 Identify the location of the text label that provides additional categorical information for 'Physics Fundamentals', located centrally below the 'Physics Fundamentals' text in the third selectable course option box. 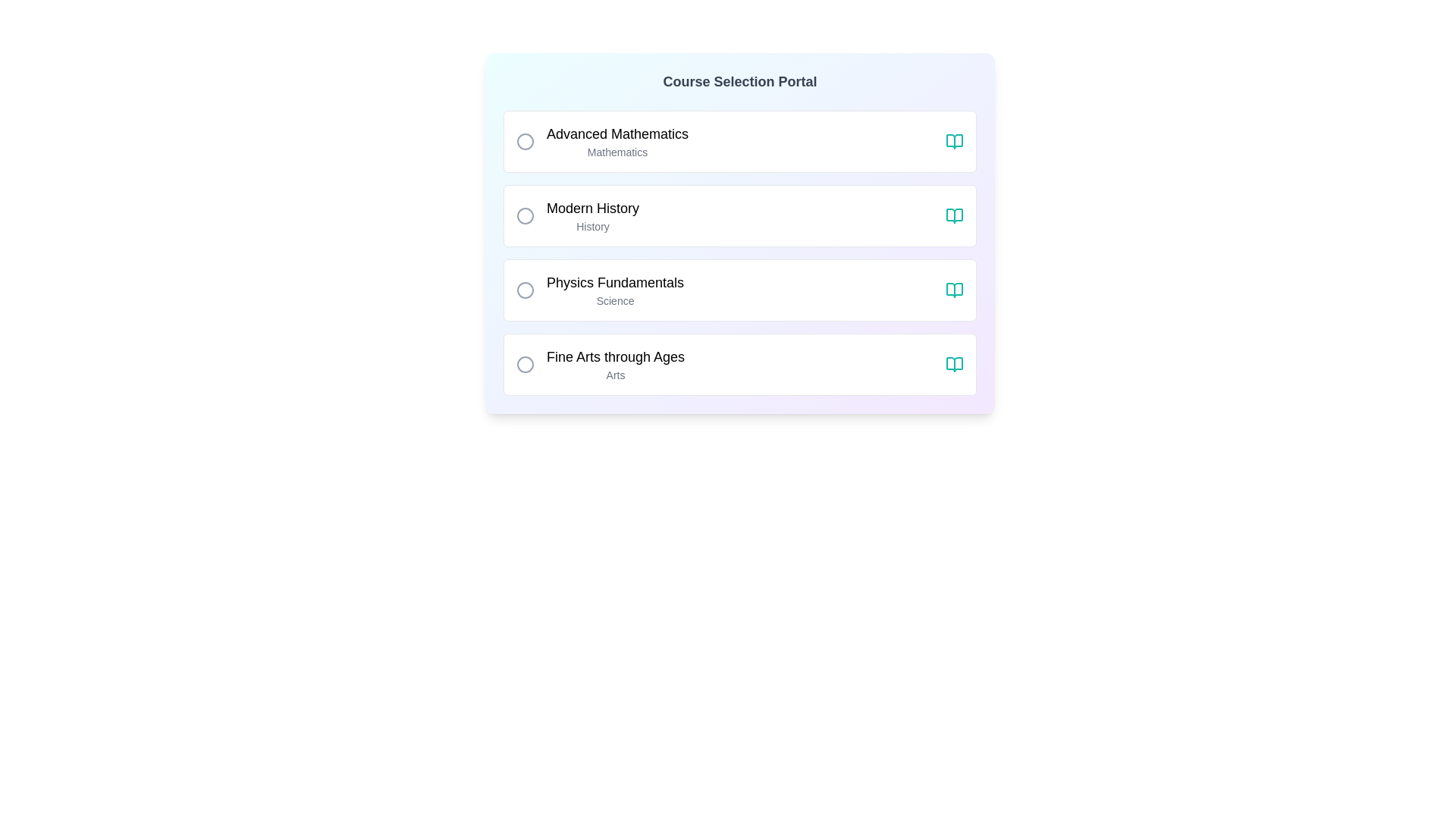
(615, 301).